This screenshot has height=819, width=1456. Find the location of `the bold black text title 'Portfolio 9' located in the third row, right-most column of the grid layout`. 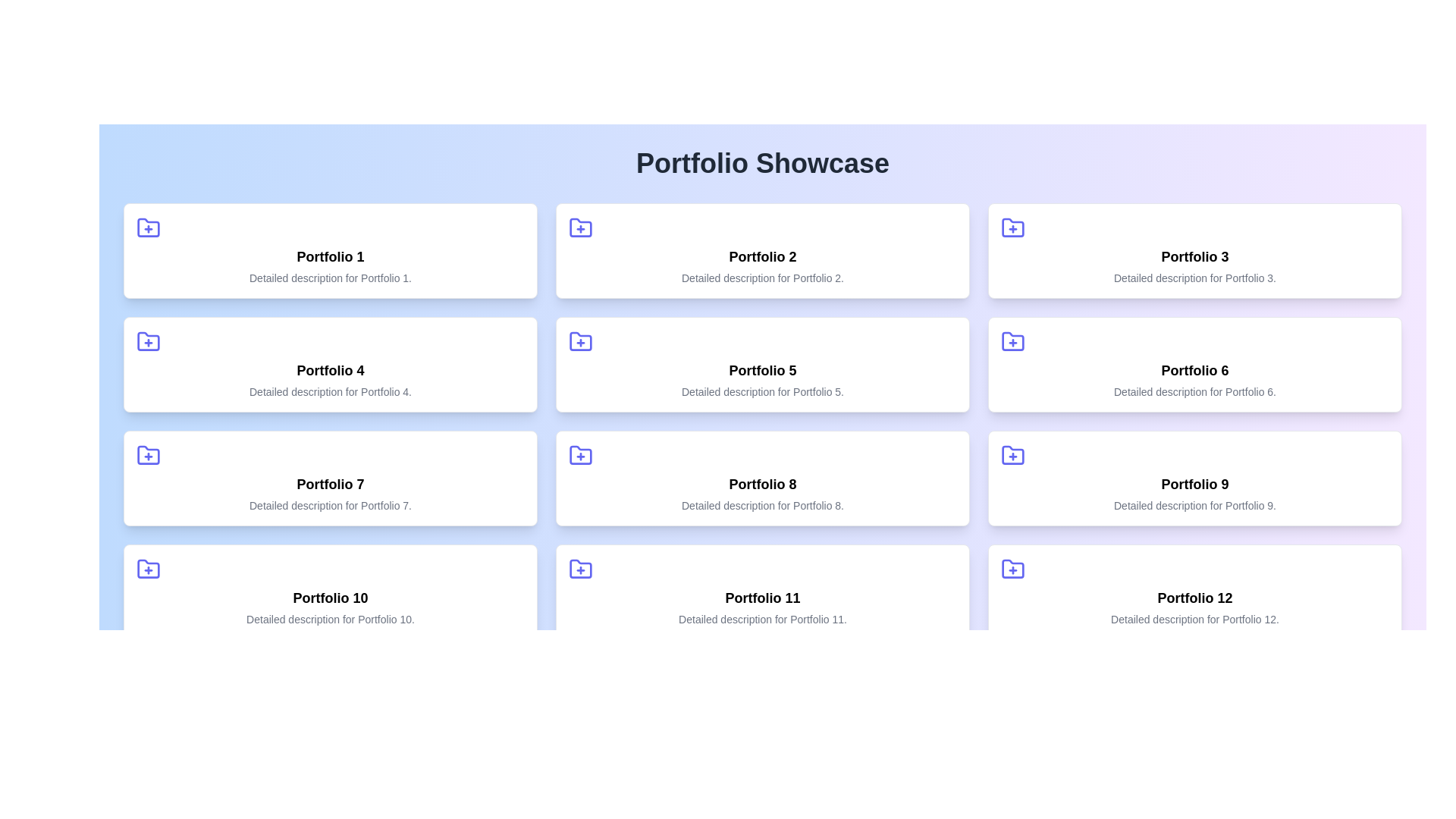

the bold black text title 'Portfolio 9' located in the third row, right-most column of the grid layout is located at coordinates (1194, 485).